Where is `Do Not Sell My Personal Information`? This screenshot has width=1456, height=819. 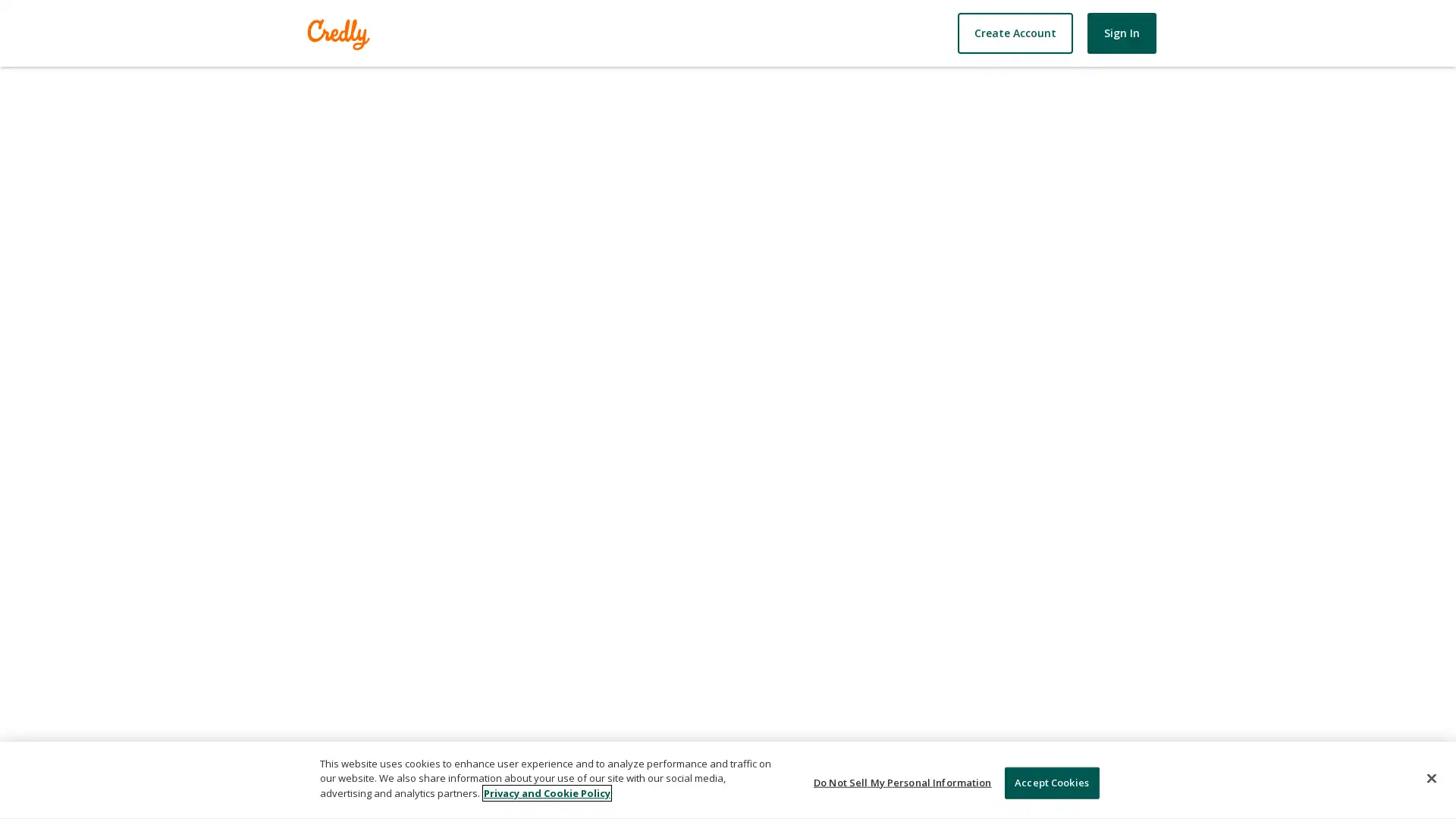
Do Not Sell My Personal Information is located at coordinates (902, 783).